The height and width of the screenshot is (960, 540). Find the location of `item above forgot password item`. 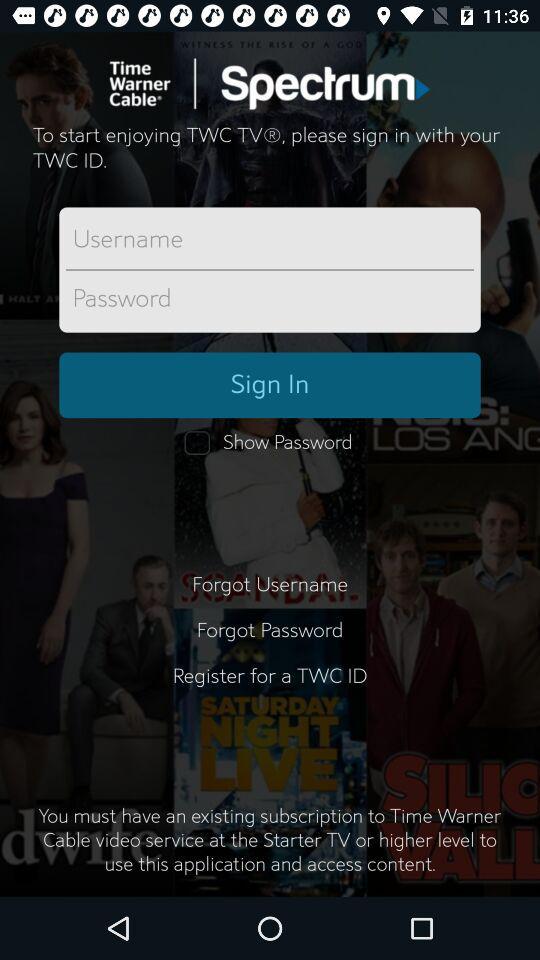

item above forgot password item is located at coordinates (270, 585).